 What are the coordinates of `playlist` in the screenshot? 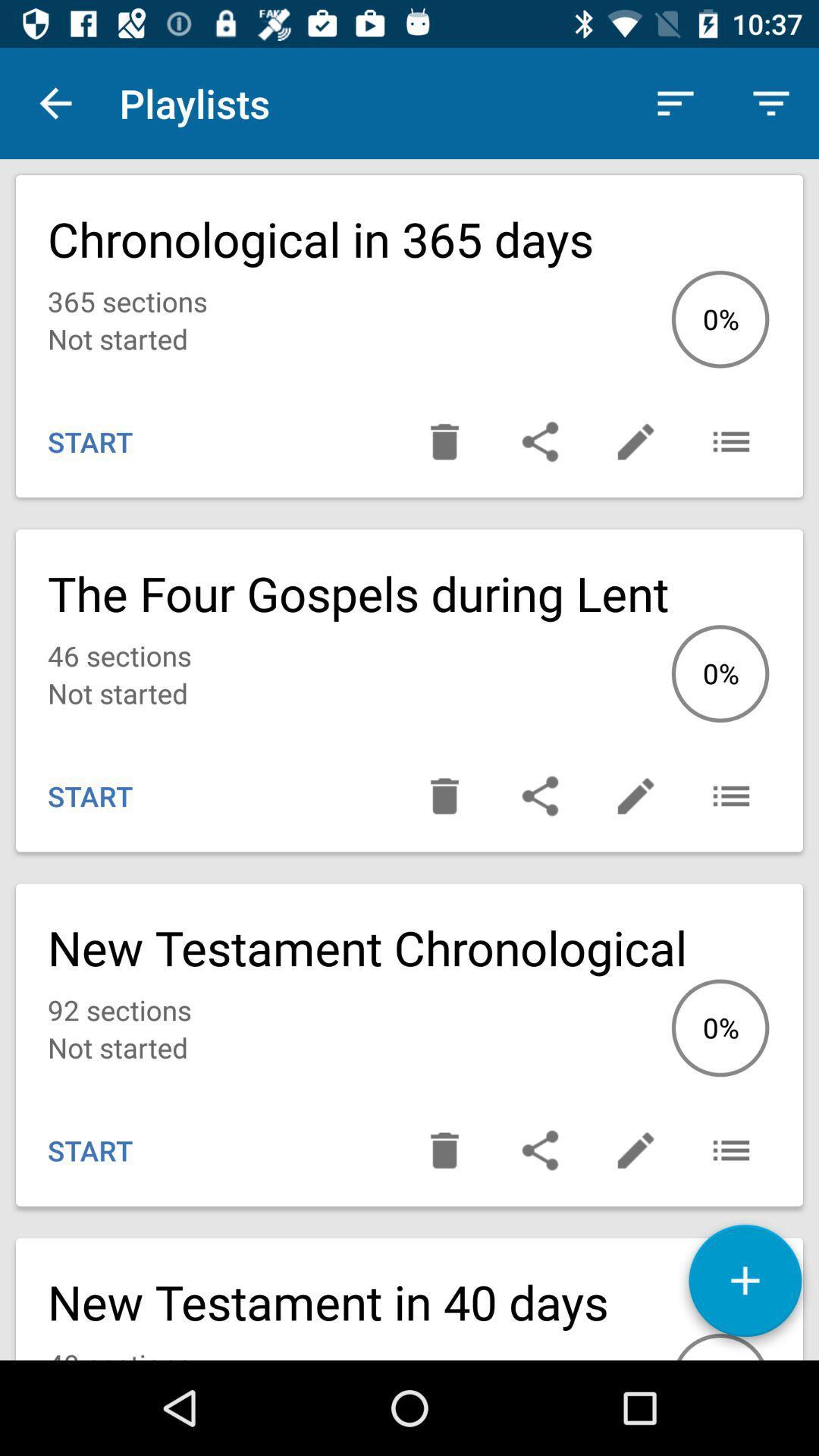 It's located at (744, 1285).